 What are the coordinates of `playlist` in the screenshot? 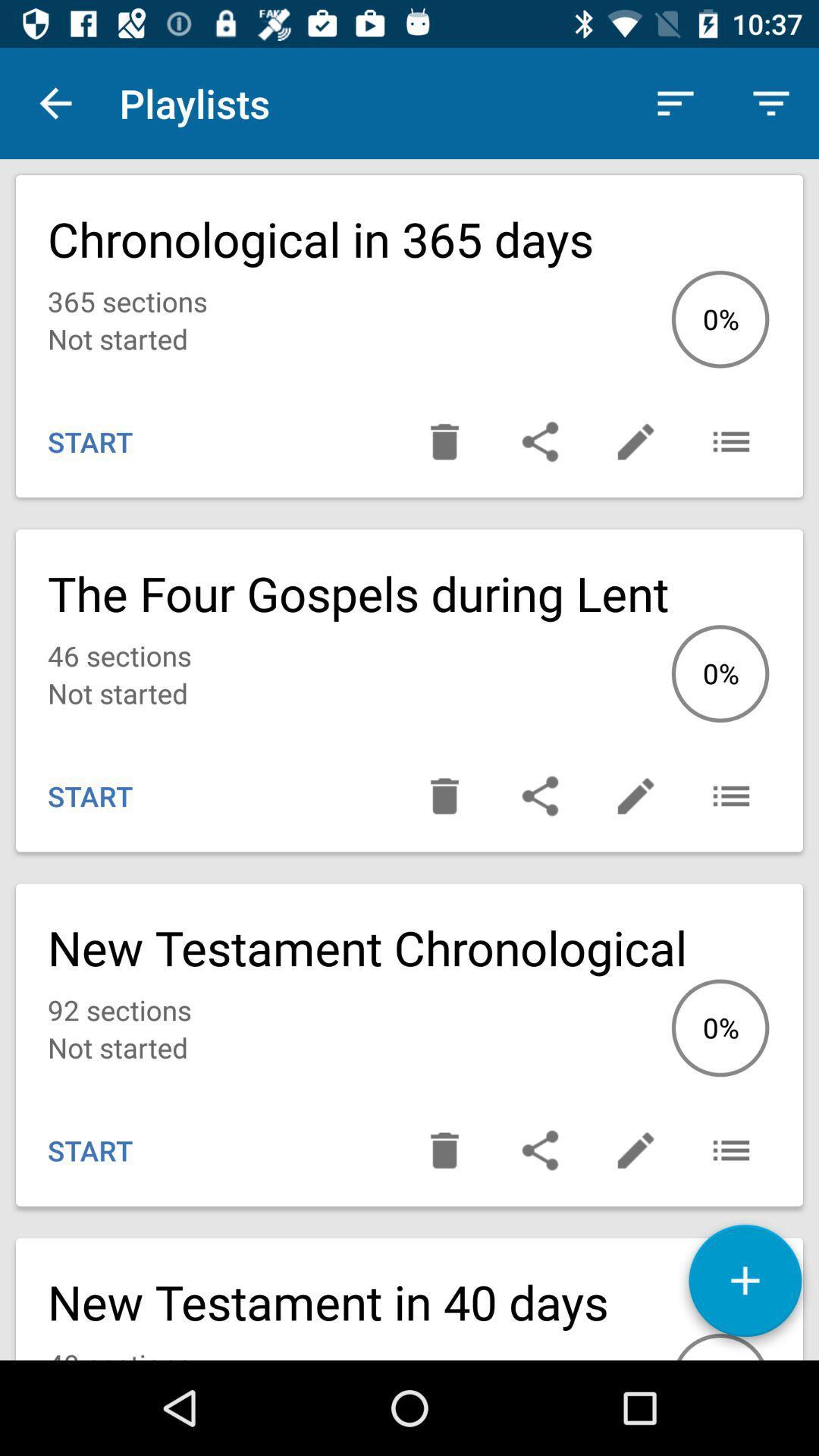 It's located at (744, 1285).